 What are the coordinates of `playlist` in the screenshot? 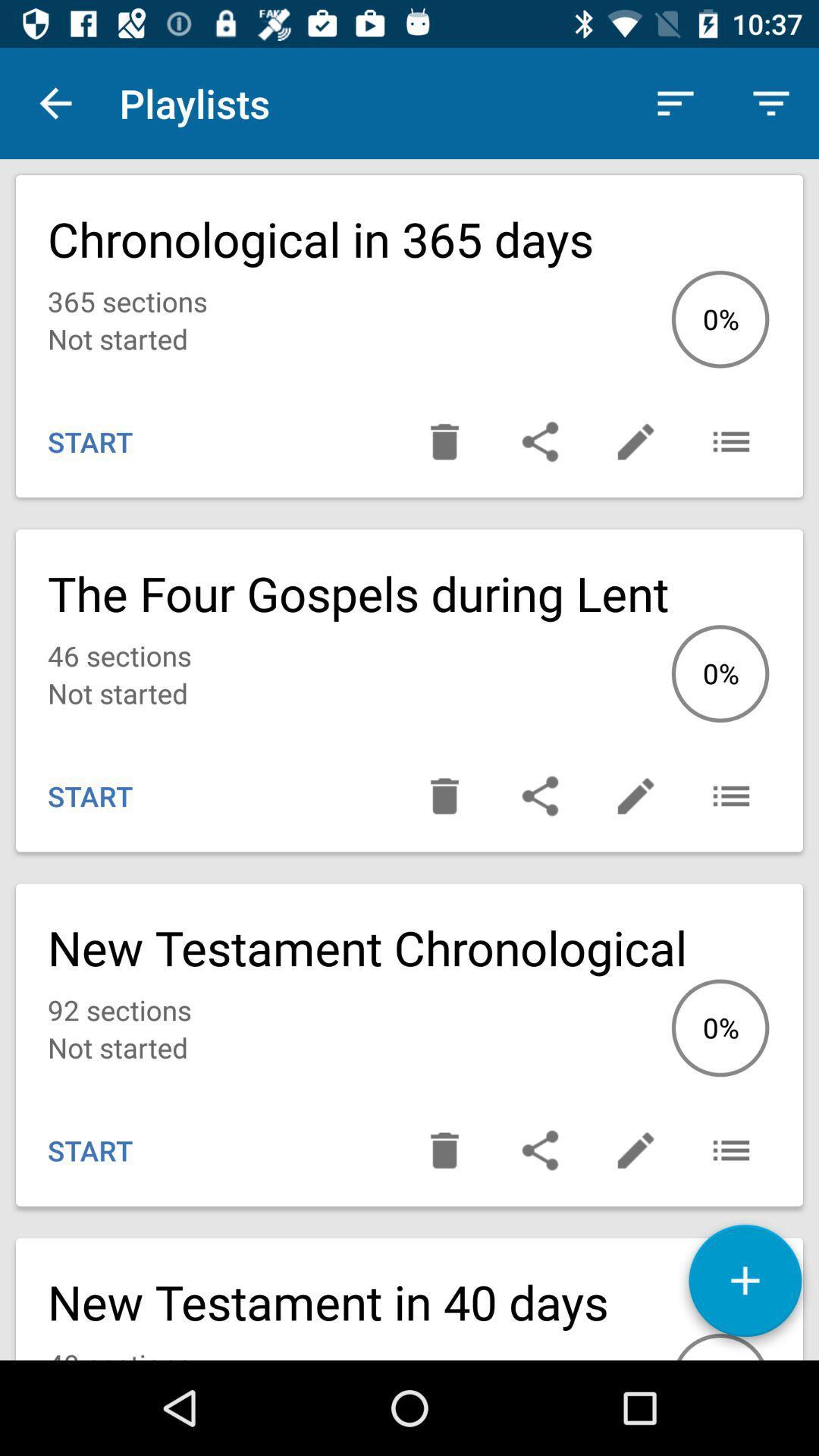 It's located at (744, 1285).